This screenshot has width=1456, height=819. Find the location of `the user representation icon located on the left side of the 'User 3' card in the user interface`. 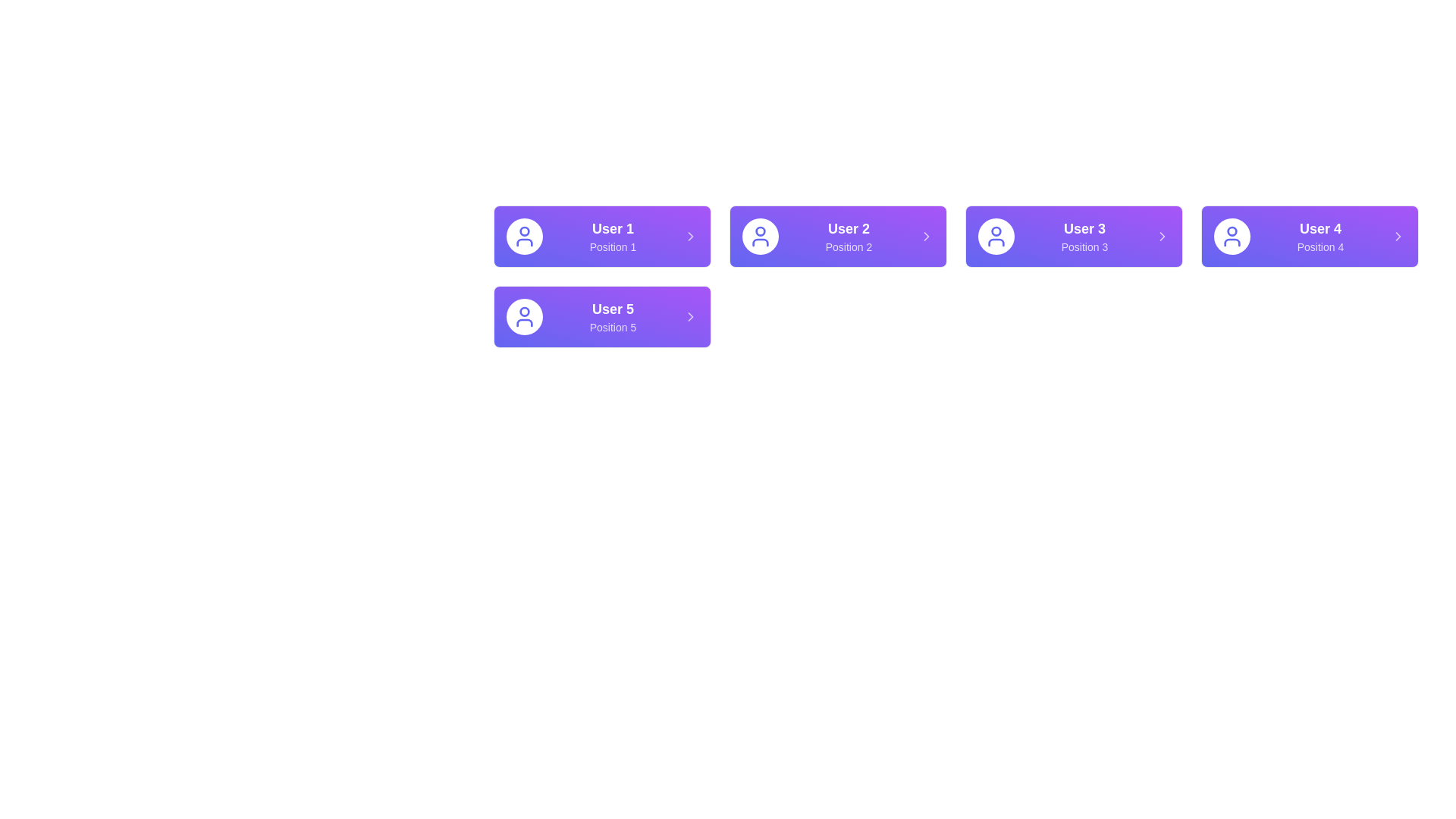

the user representation icon located on the left side of the 'User 3' card in the user interface is located at coordinates (996, 237).